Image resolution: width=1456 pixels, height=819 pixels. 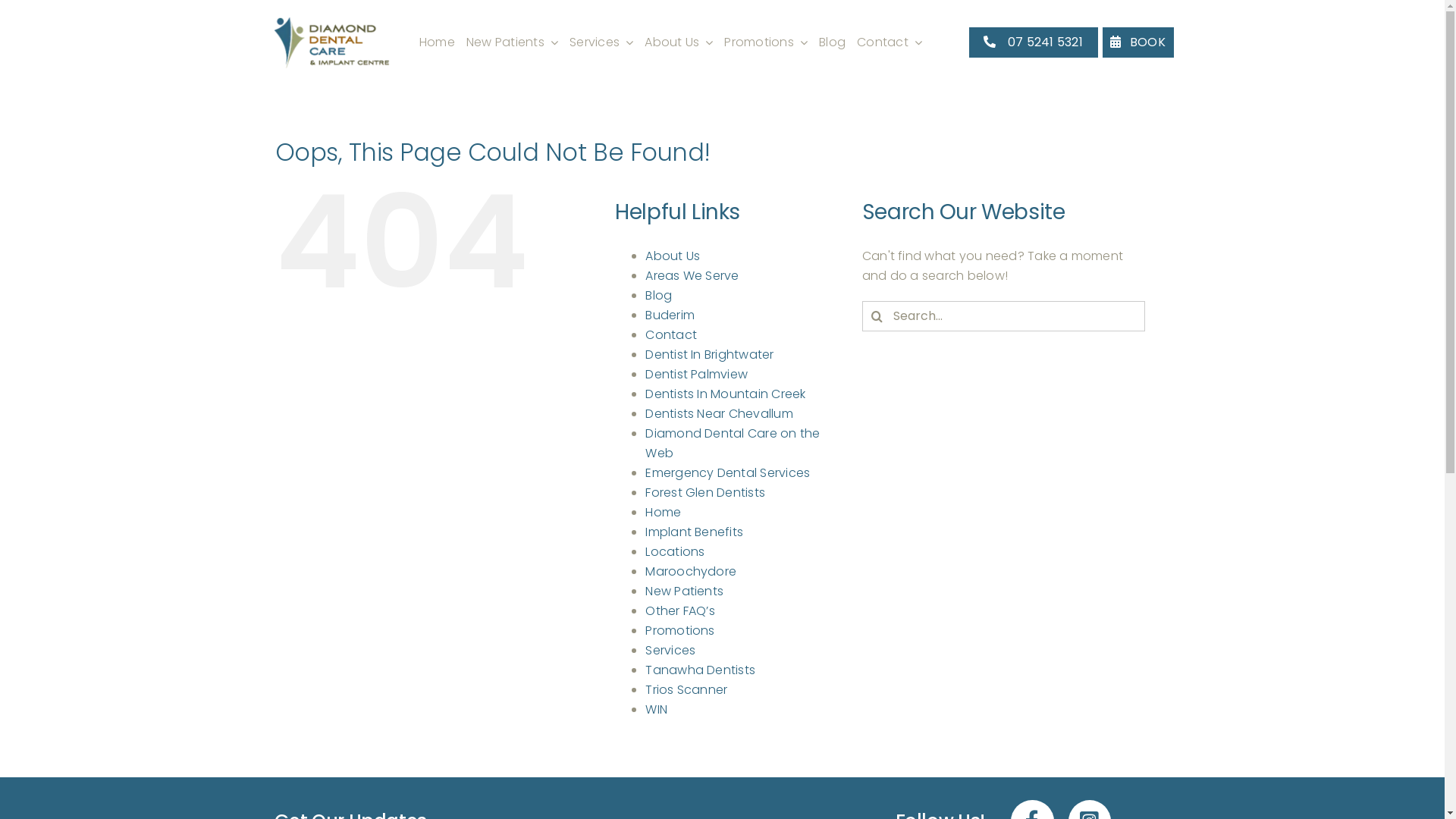 I want to click on 'Contact', so click(x=670, y=334).